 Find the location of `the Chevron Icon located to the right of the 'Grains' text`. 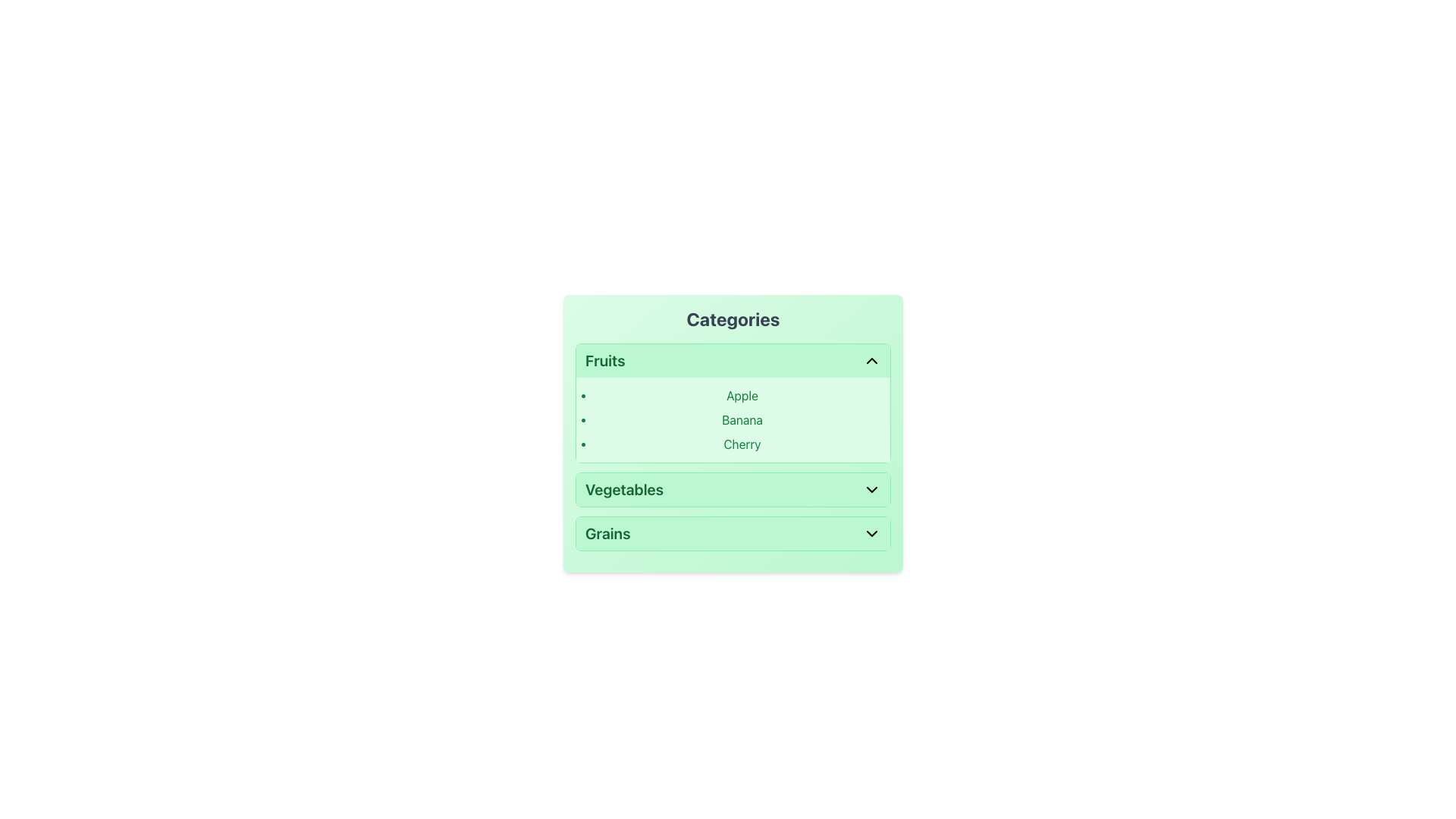

the Chevron Icon located to the right of the 'Grains' text is located at coordinates (872, 533).